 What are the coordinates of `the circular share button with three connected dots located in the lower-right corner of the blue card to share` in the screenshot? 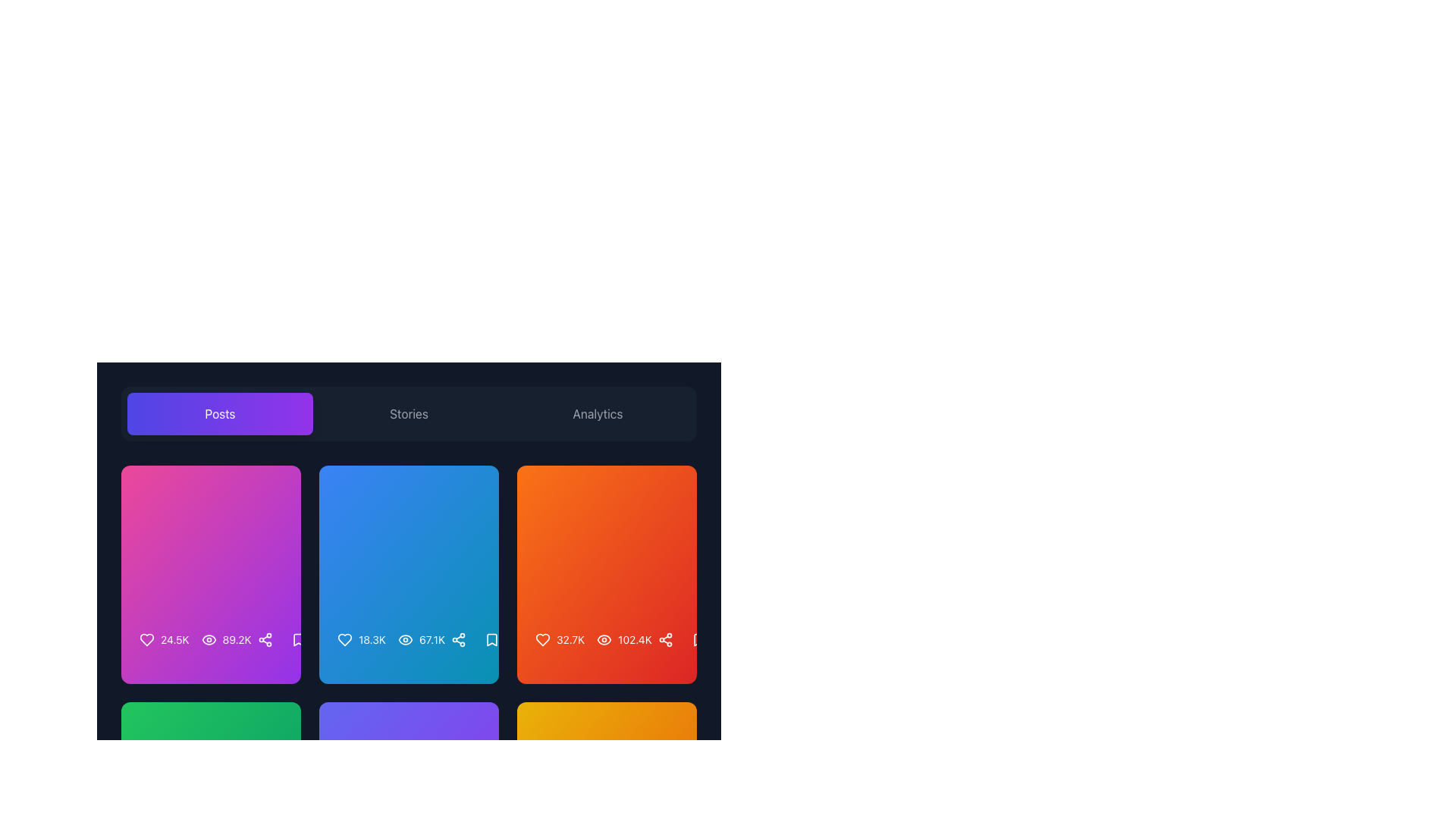 It's located at (457, 640).